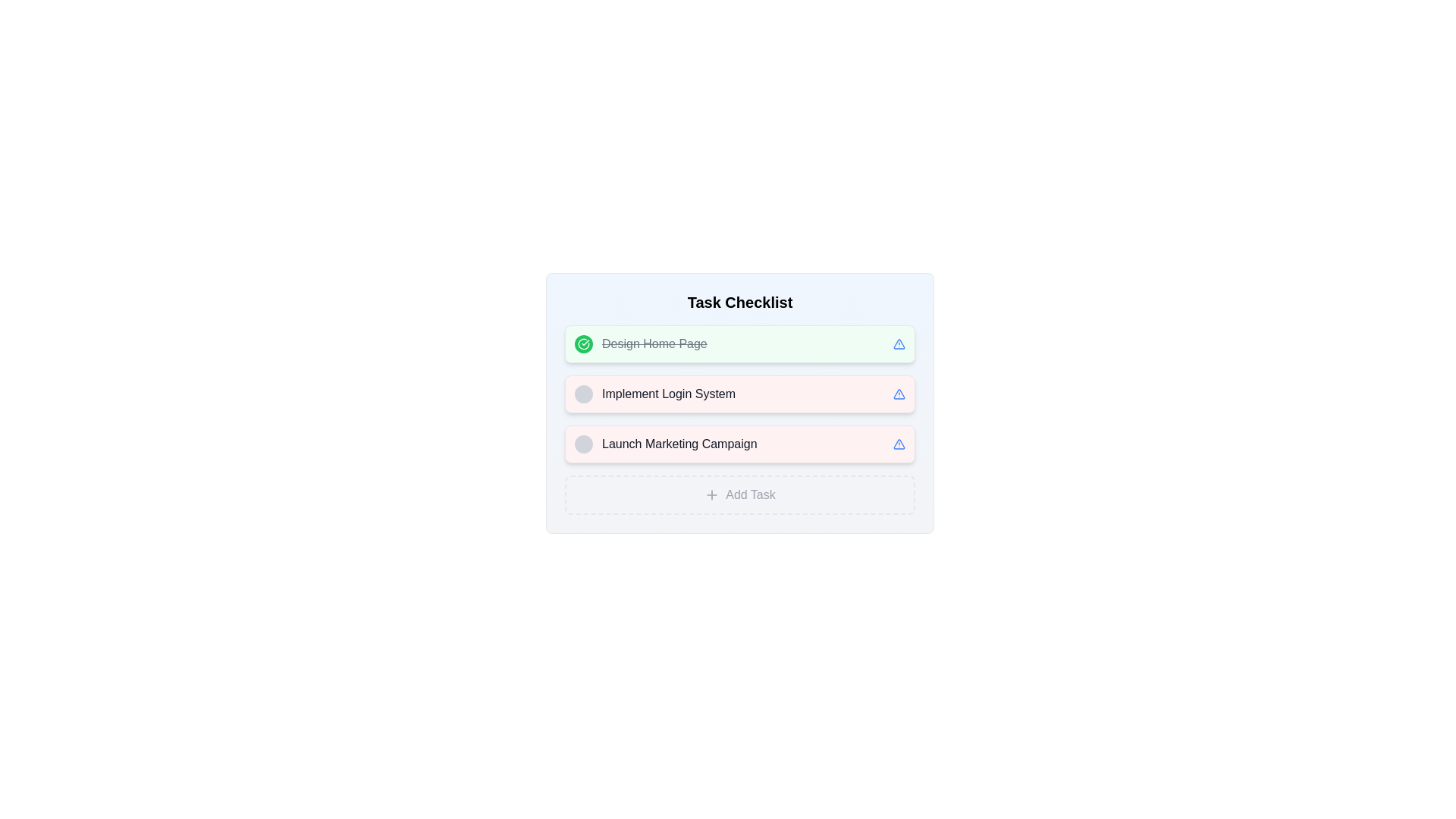  What do you see at coordinates (899, 344) in the screenshot?
I see `the icon or button located in the top-right corner of the 'Design Home Page' task in the checklist UI` at bounding box center [899, 344].